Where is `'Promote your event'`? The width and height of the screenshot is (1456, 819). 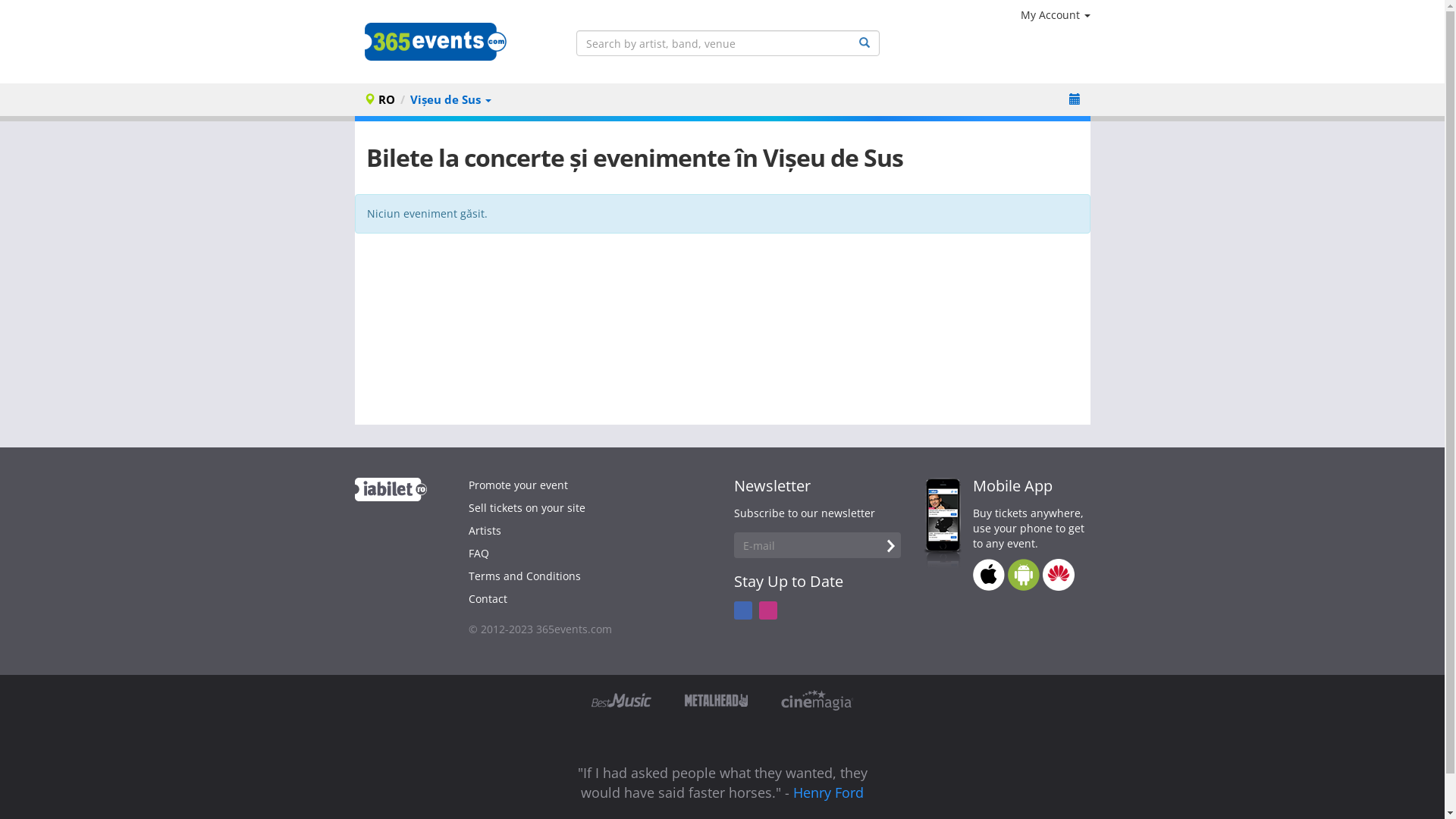
'Promote your event' is located at coordinates (518, 485).